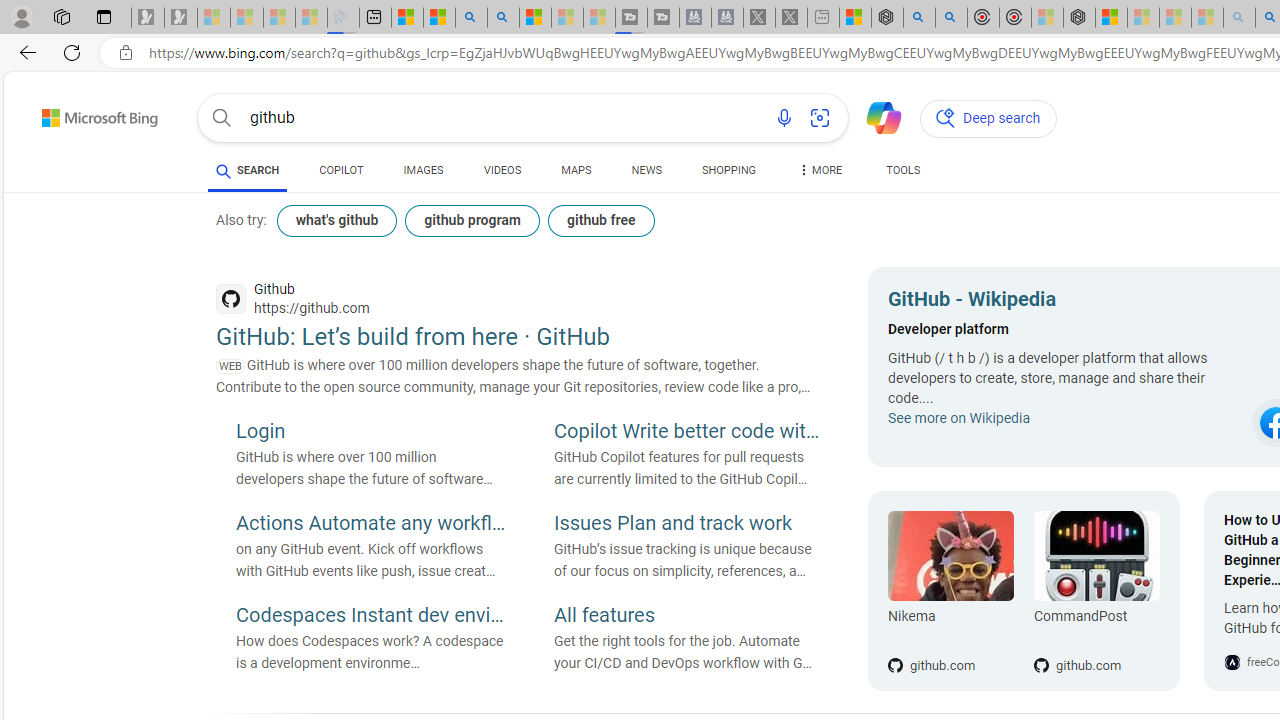 Image resolution: width=1280 pixels, height=720 pixels. I want to click on 'NEWS', so click(646, 170).